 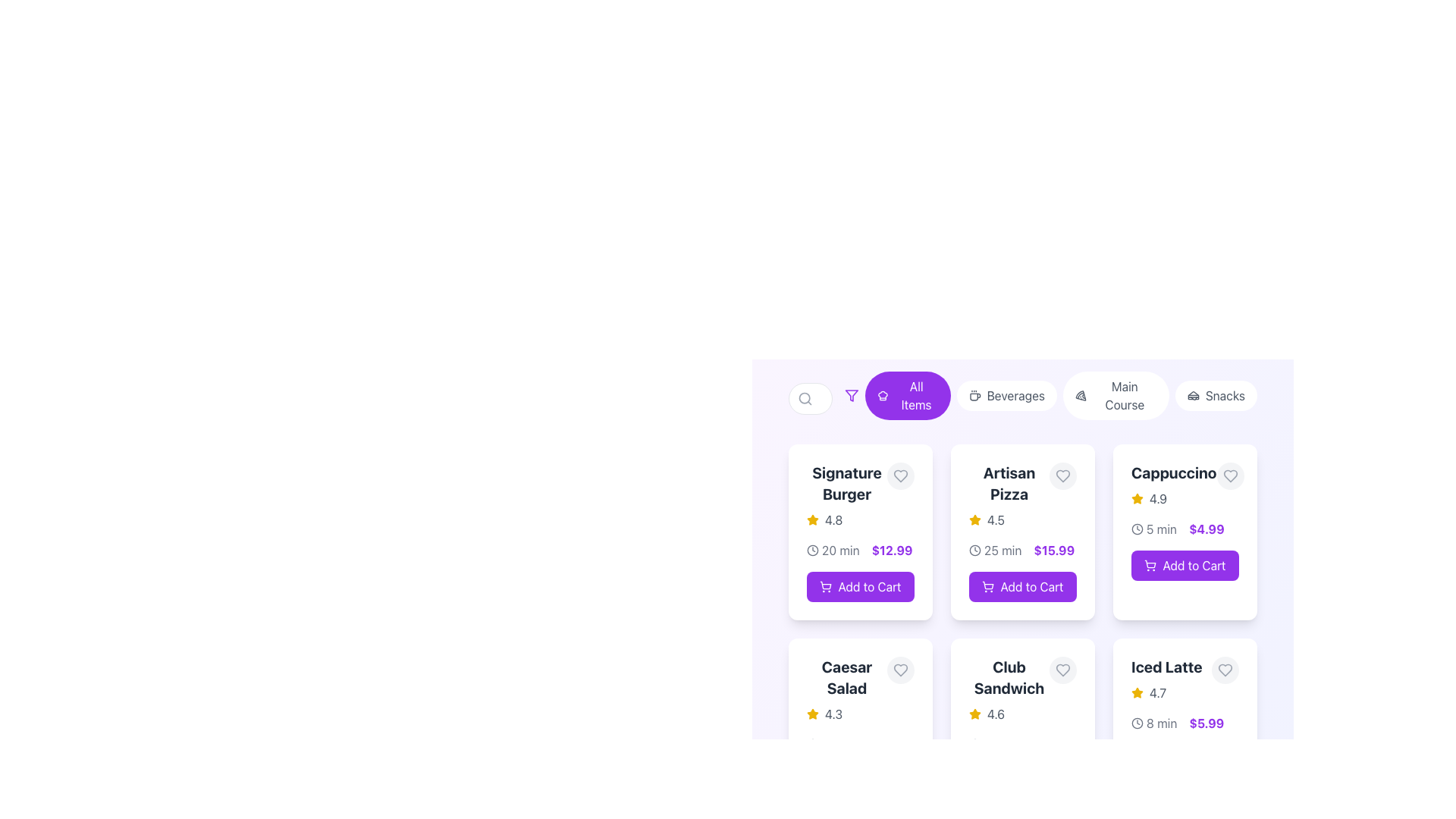 I want to click on the yellow filled star icon representing a rating next to the text '4.8', so click(x=811, y=519).